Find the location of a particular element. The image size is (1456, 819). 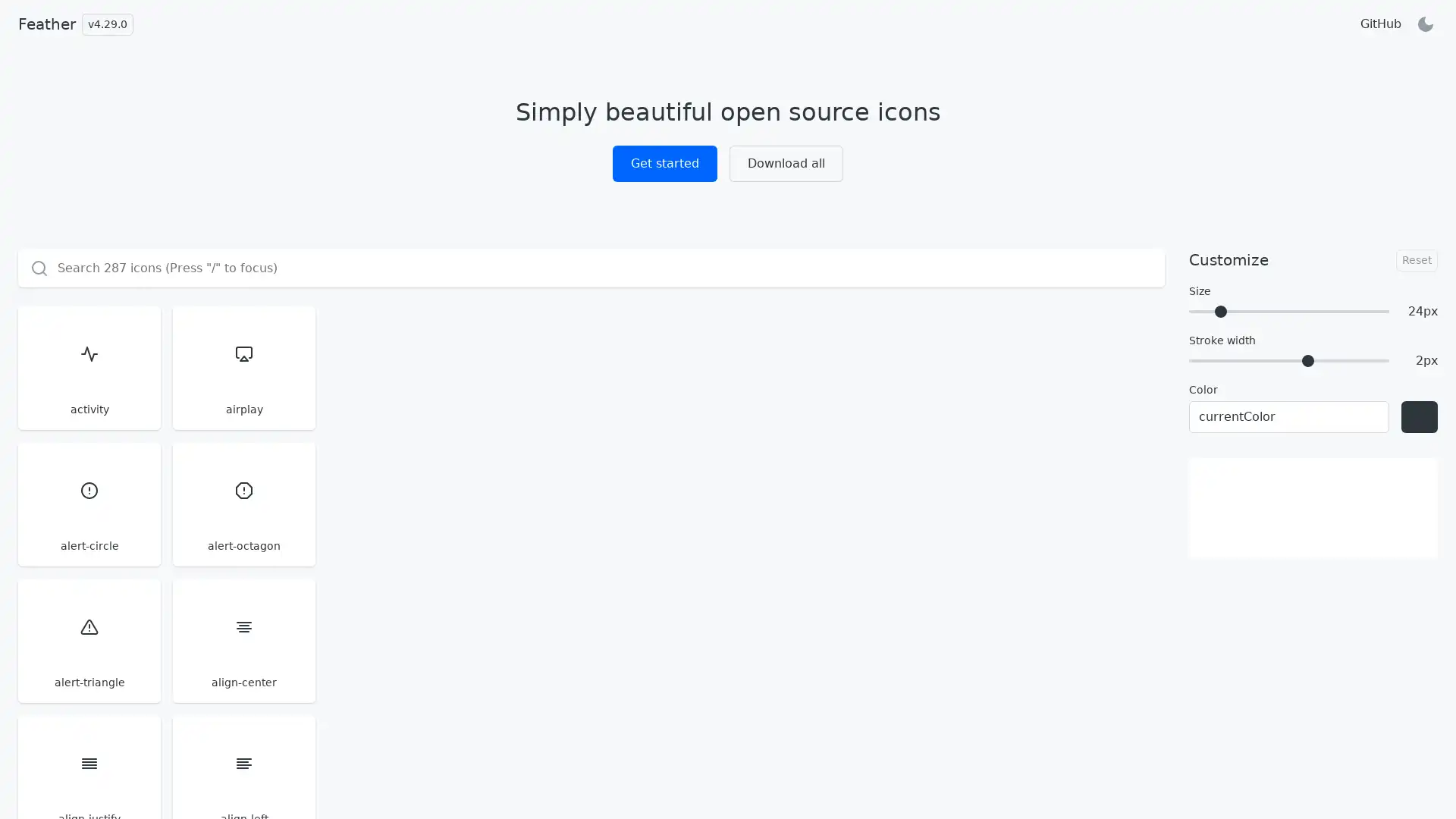

airplay is located at coordinates (203, 368).